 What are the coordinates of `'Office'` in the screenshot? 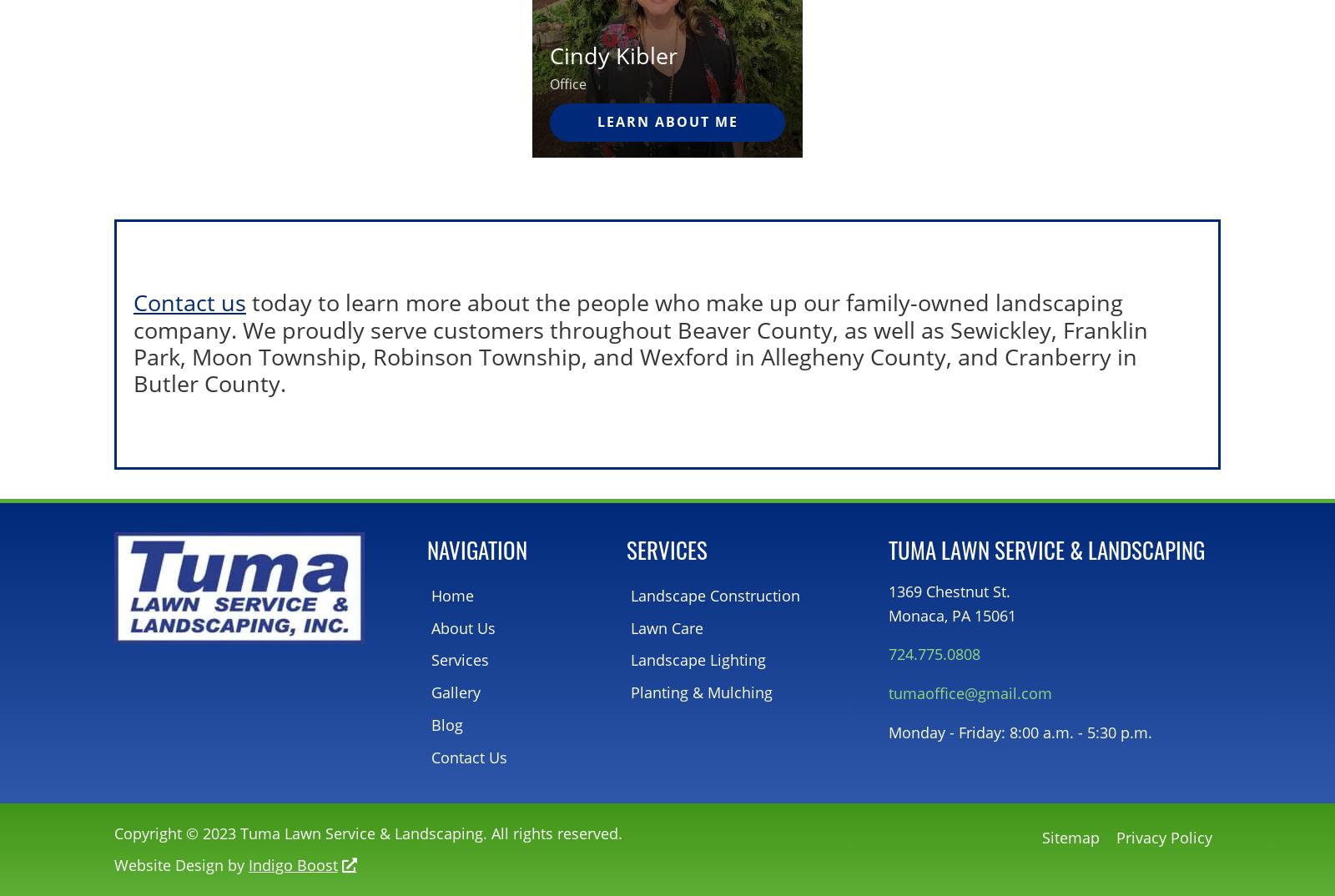 It's located at (567, 83).